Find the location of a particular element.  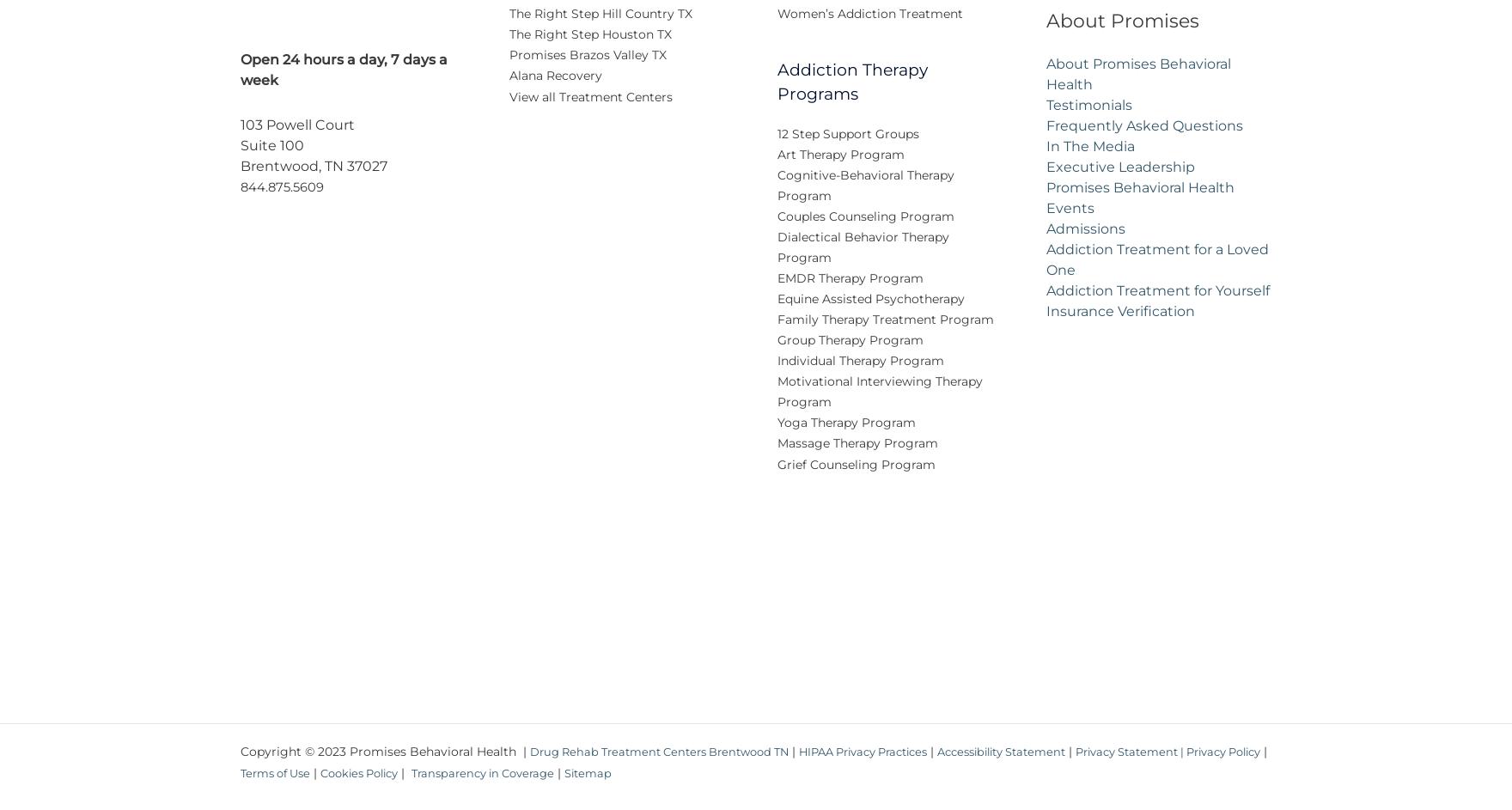

'Transparency in Coverage' is located at coordinates (525, 783).